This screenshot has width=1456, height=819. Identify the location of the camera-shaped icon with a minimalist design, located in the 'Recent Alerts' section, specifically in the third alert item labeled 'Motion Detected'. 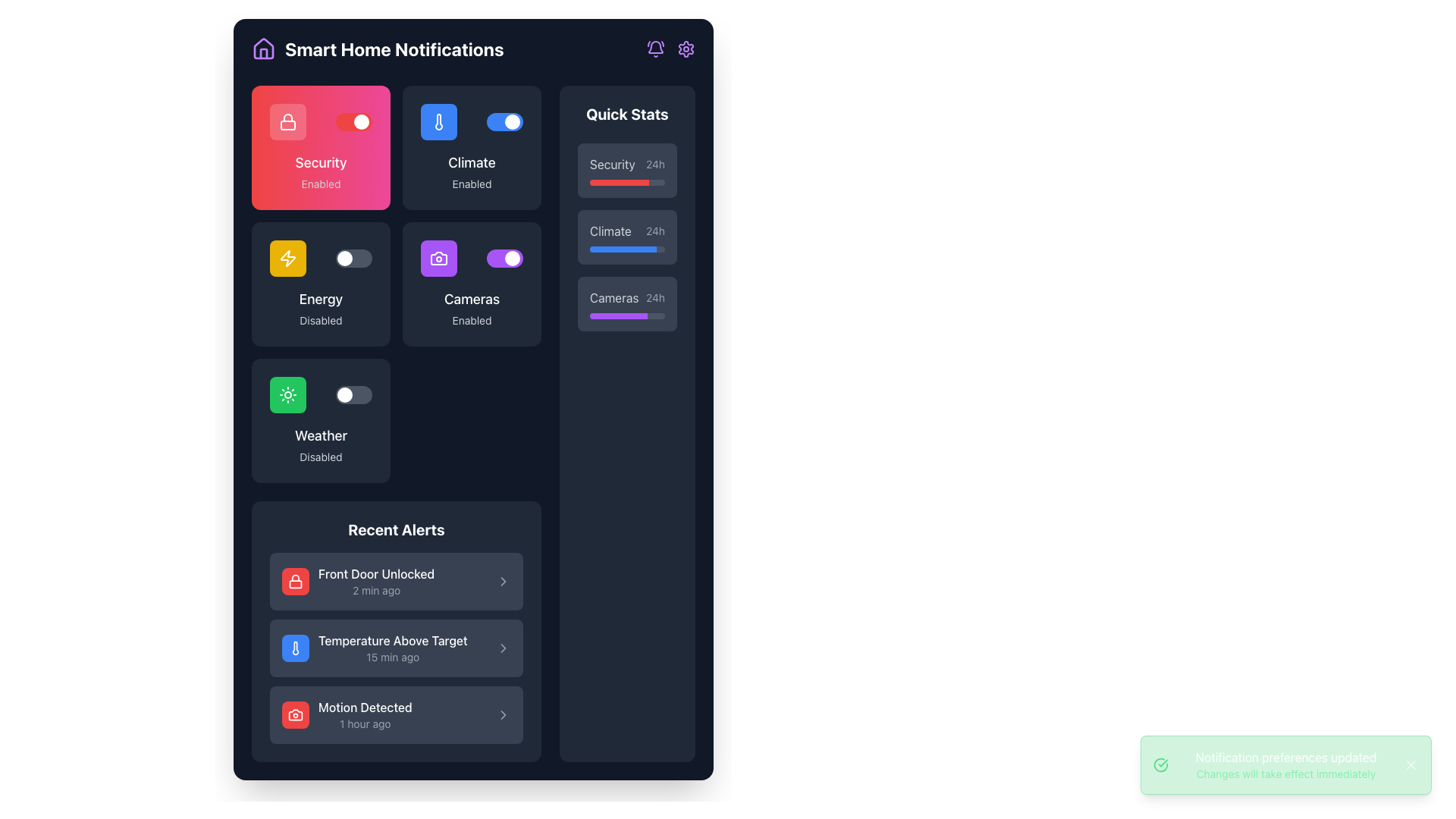
(295, 714).